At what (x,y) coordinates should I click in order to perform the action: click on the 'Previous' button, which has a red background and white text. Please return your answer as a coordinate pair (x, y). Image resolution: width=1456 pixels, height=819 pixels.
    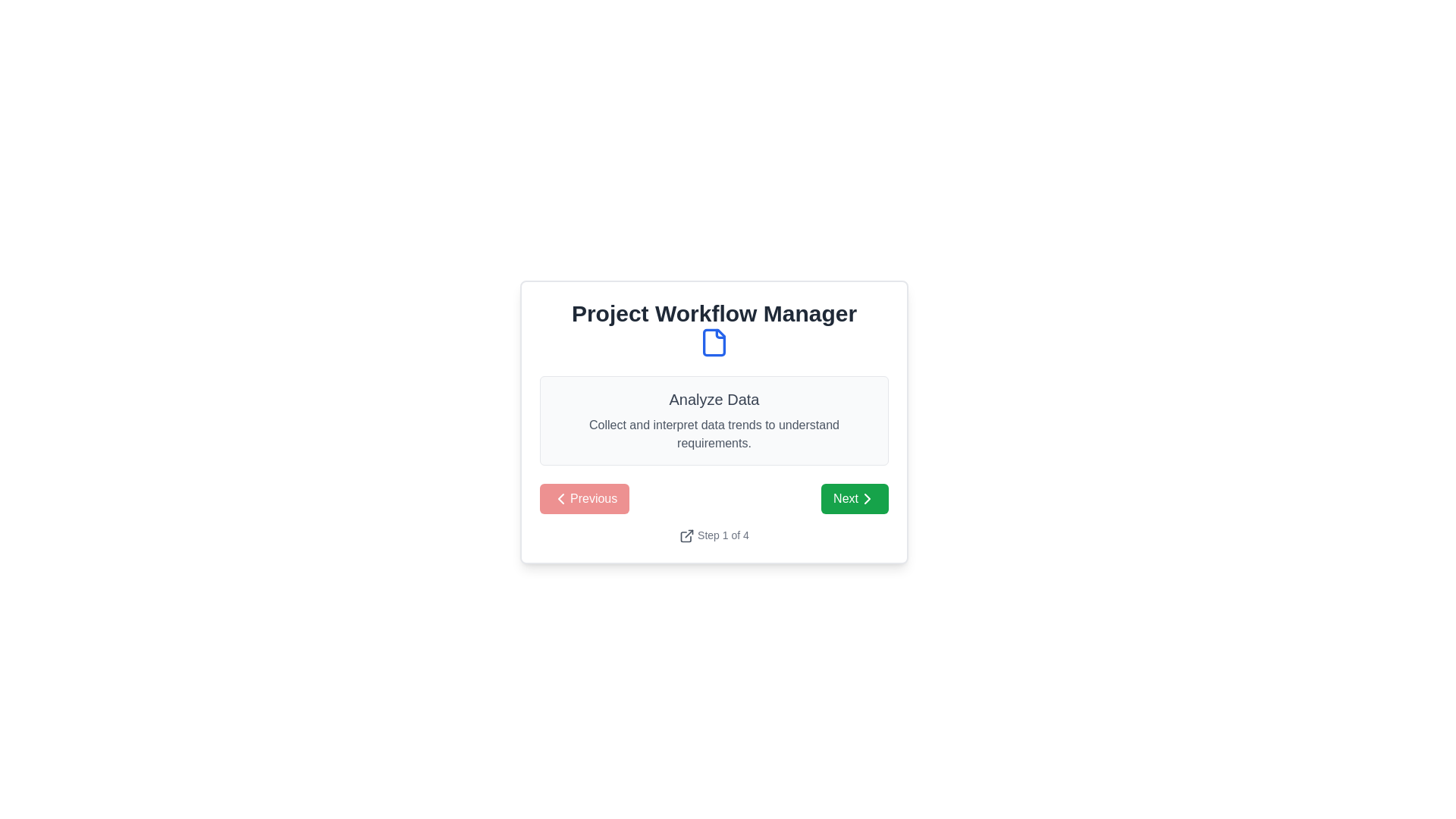
    Looking at the image, I should click on (584, 499).